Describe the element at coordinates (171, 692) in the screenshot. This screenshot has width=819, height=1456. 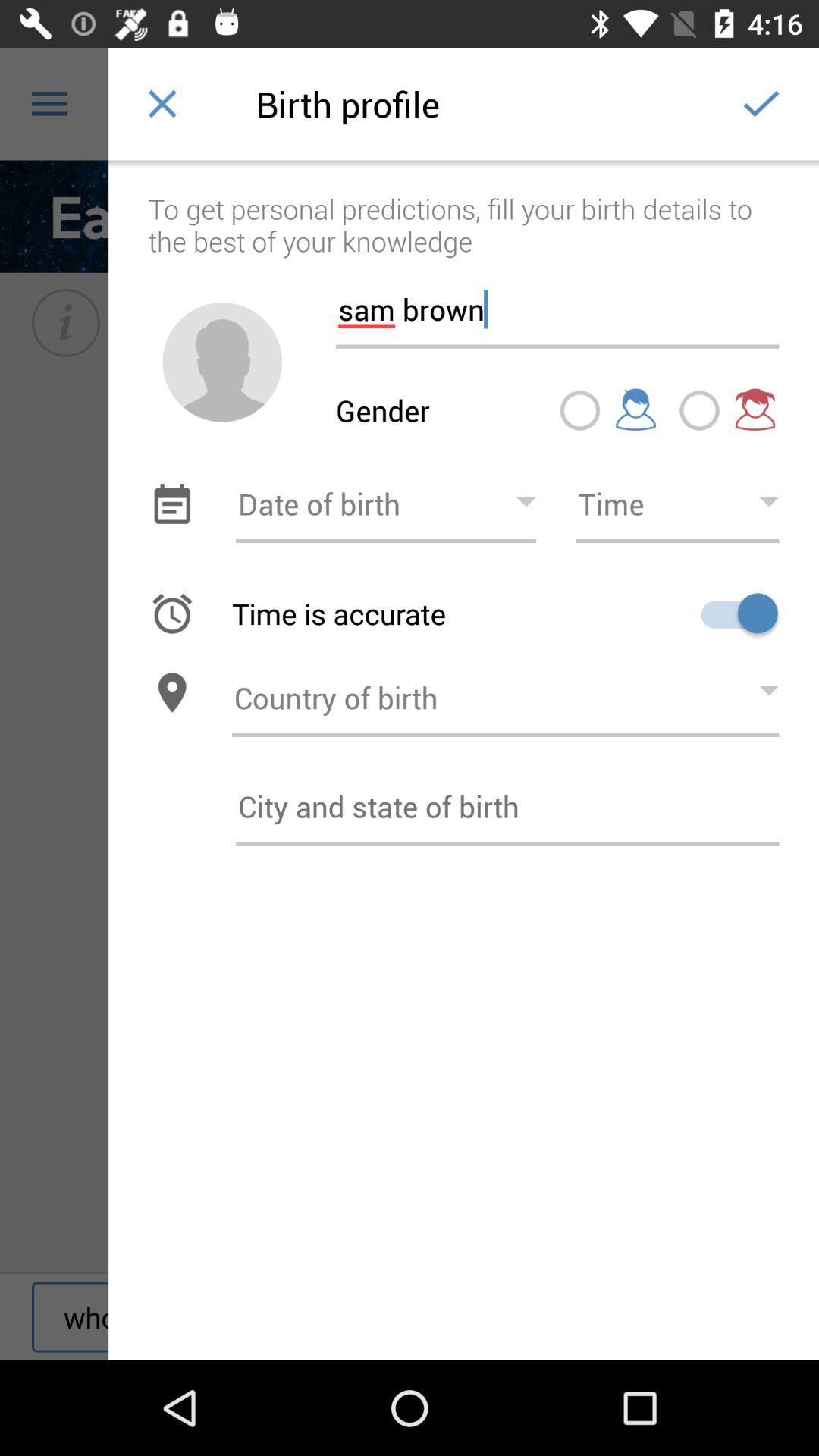
I see `to location toggle to maps` at that location.